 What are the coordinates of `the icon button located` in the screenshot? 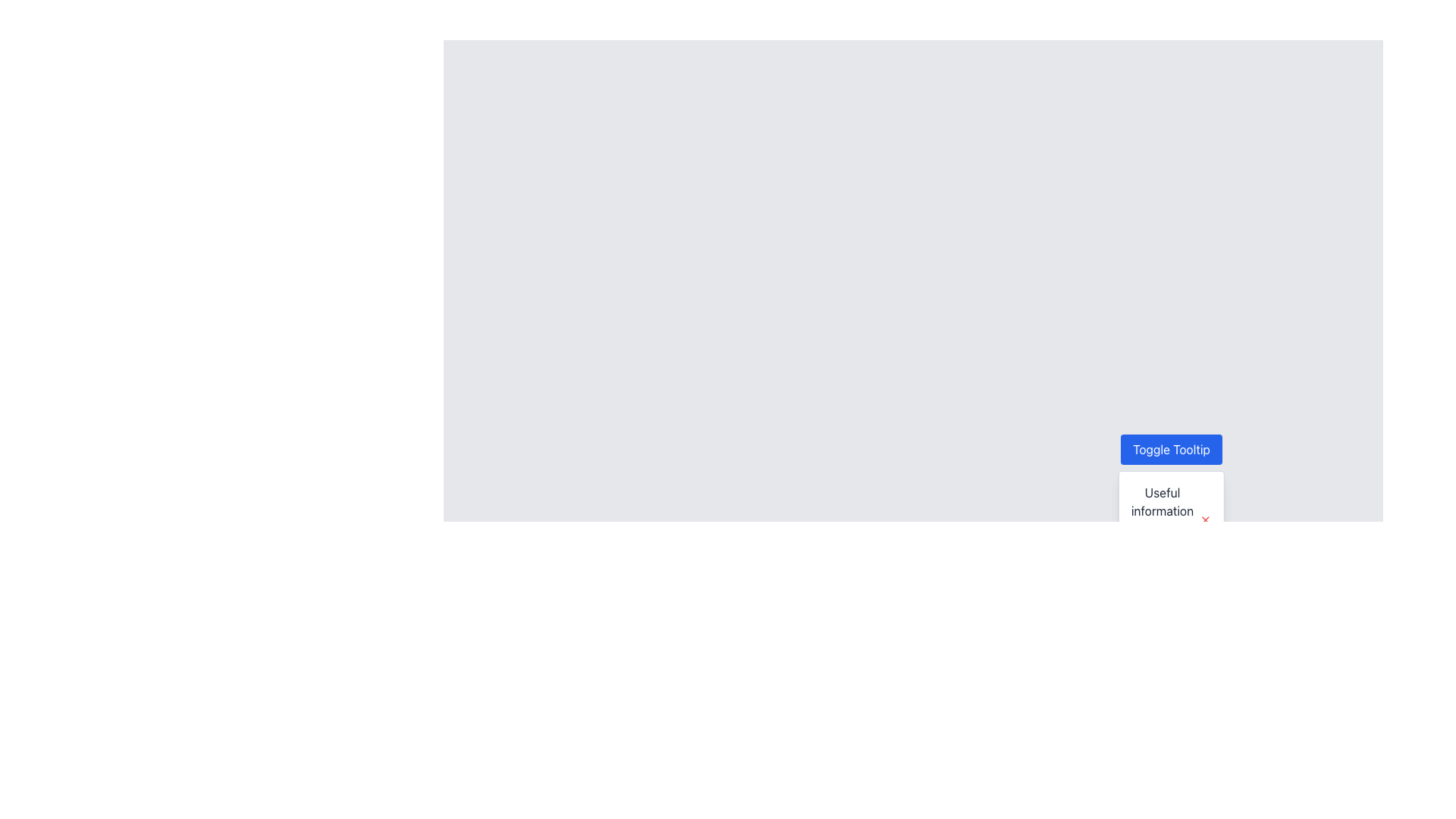 It's located at (1204, 519).